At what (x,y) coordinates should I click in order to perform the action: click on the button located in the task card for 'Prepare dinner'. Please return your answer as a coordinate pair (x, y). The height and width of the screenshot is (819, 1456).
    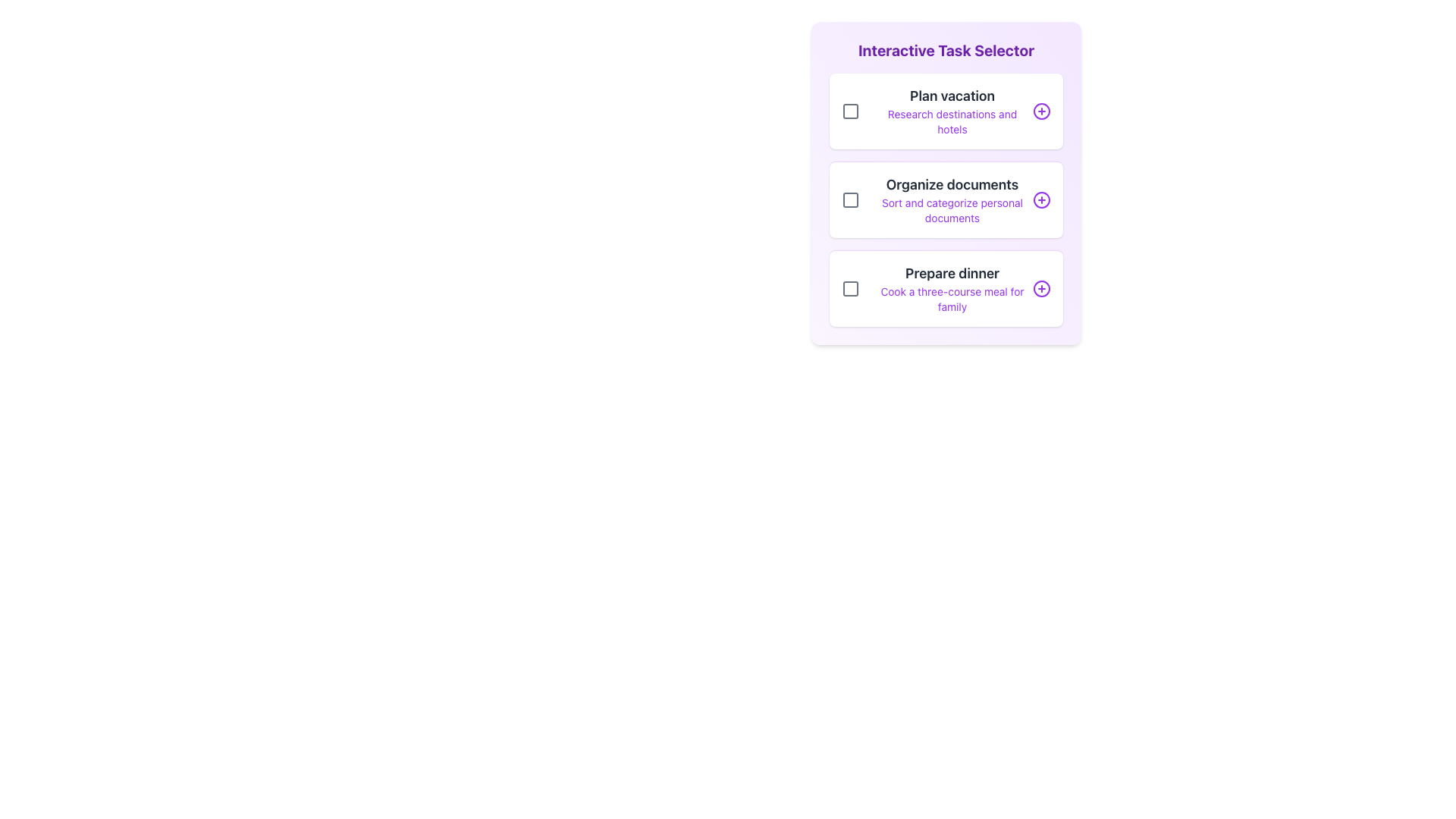
    Looking at the image, I should click on (1040, 289).